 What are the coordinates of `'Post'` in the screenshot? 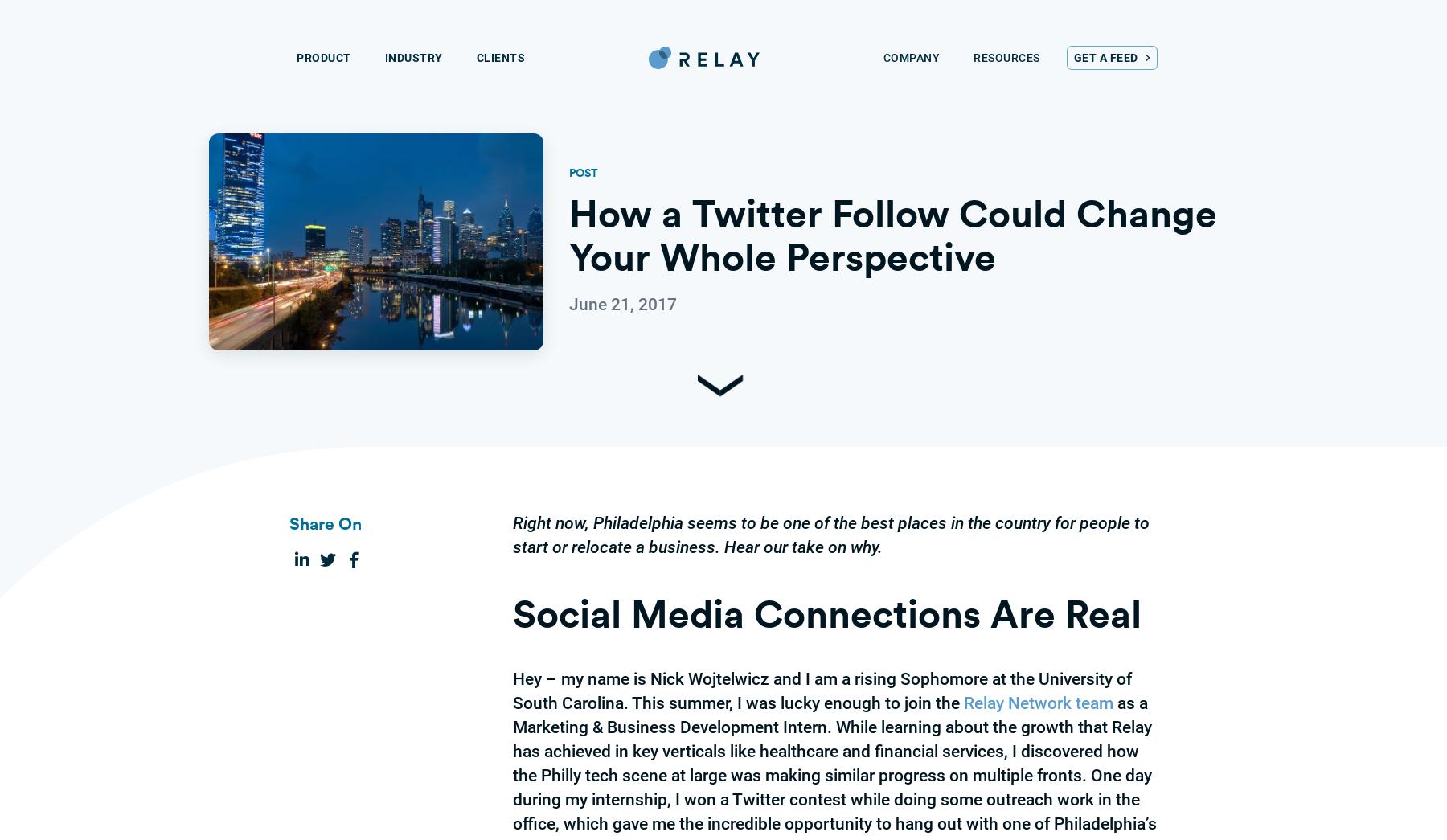 It's located at (582, 172).